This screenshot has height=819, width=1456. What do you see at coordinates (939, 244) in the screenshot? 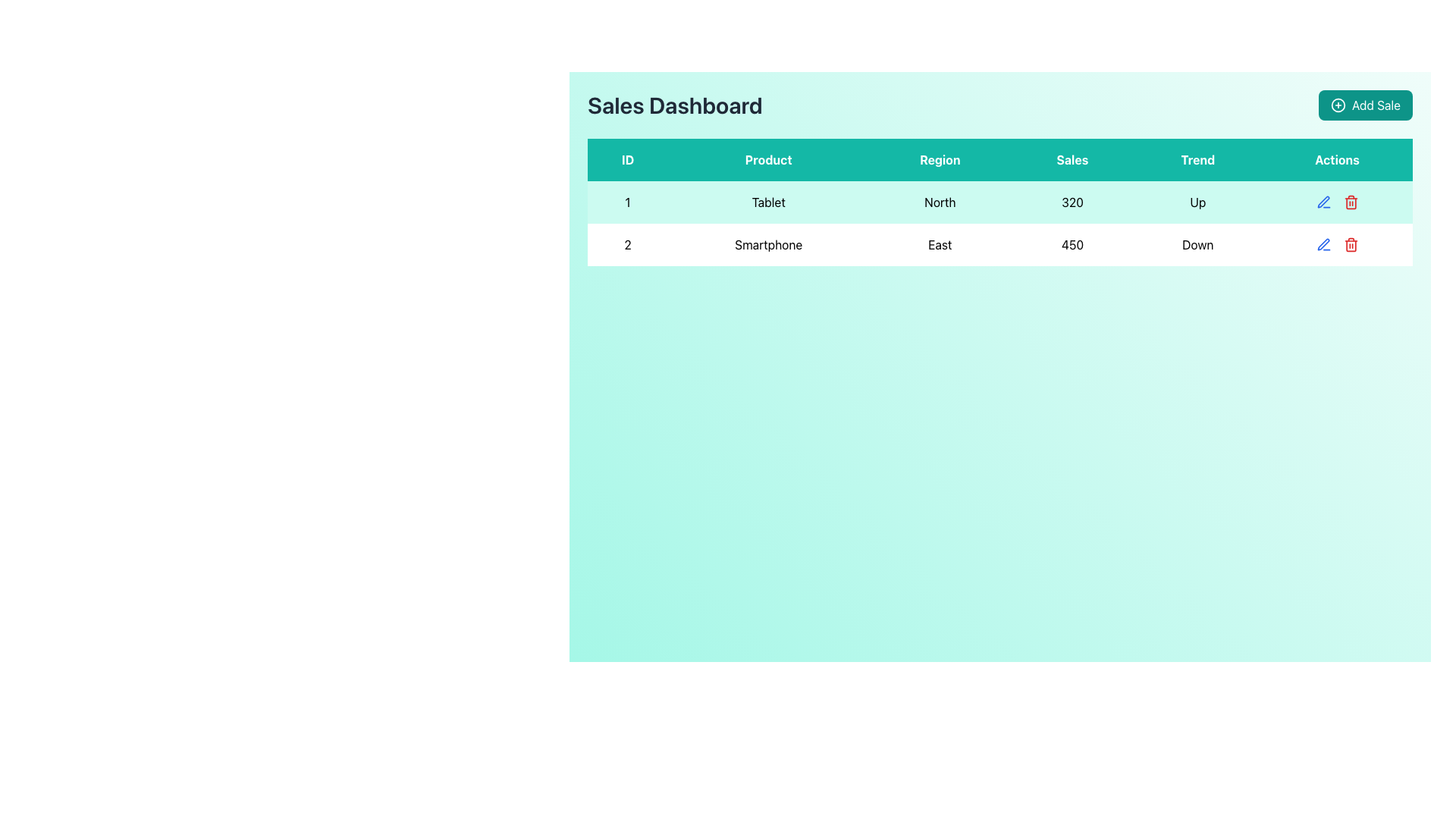
I see `the 'East' text cell in the 'Sales Dashboard' which is the third item in the second row of the table, displaying centered text against a white background` at bounding box center [939, 244].